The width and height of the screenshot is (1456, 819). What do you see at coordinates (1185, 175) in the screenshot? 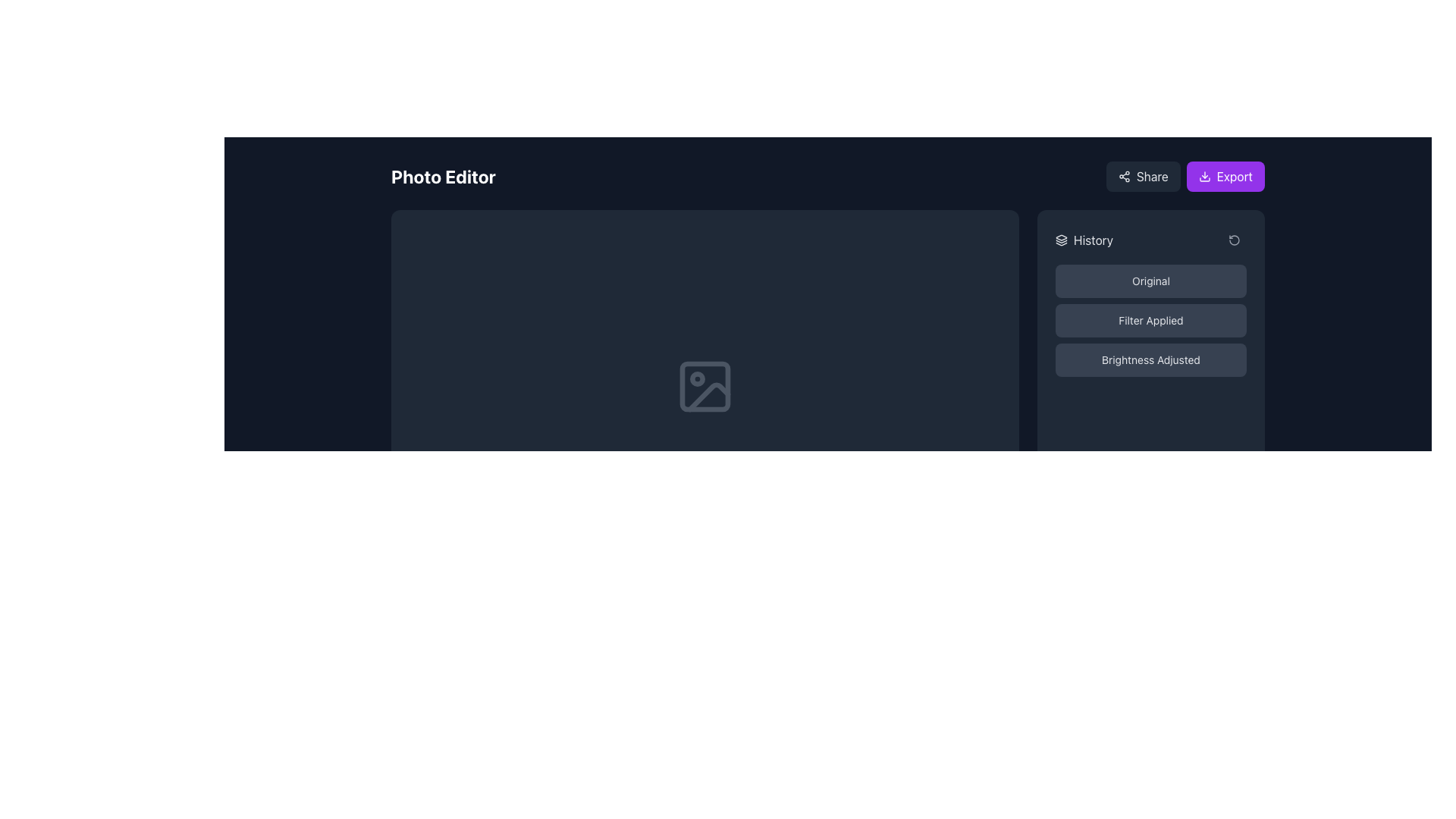
I see `the 'Export' button, which is styled with a purple background and white text, located in the upper-right corner of the interface adjacent to the 'Share' button` at bounding box center [1185, 175].